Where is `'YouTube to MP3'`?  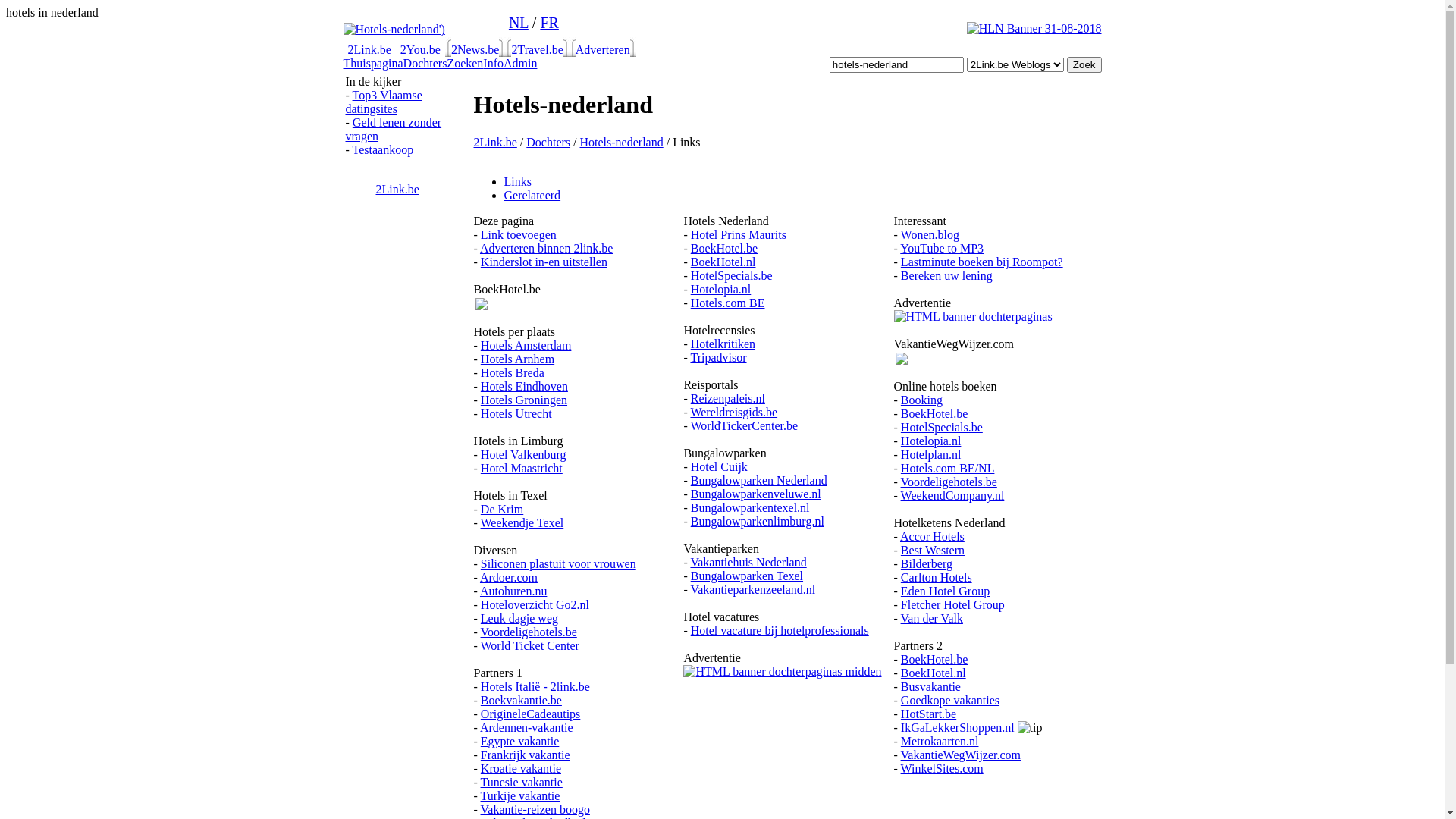 'YouTube to MP3' is located at coordinates (941, 247).